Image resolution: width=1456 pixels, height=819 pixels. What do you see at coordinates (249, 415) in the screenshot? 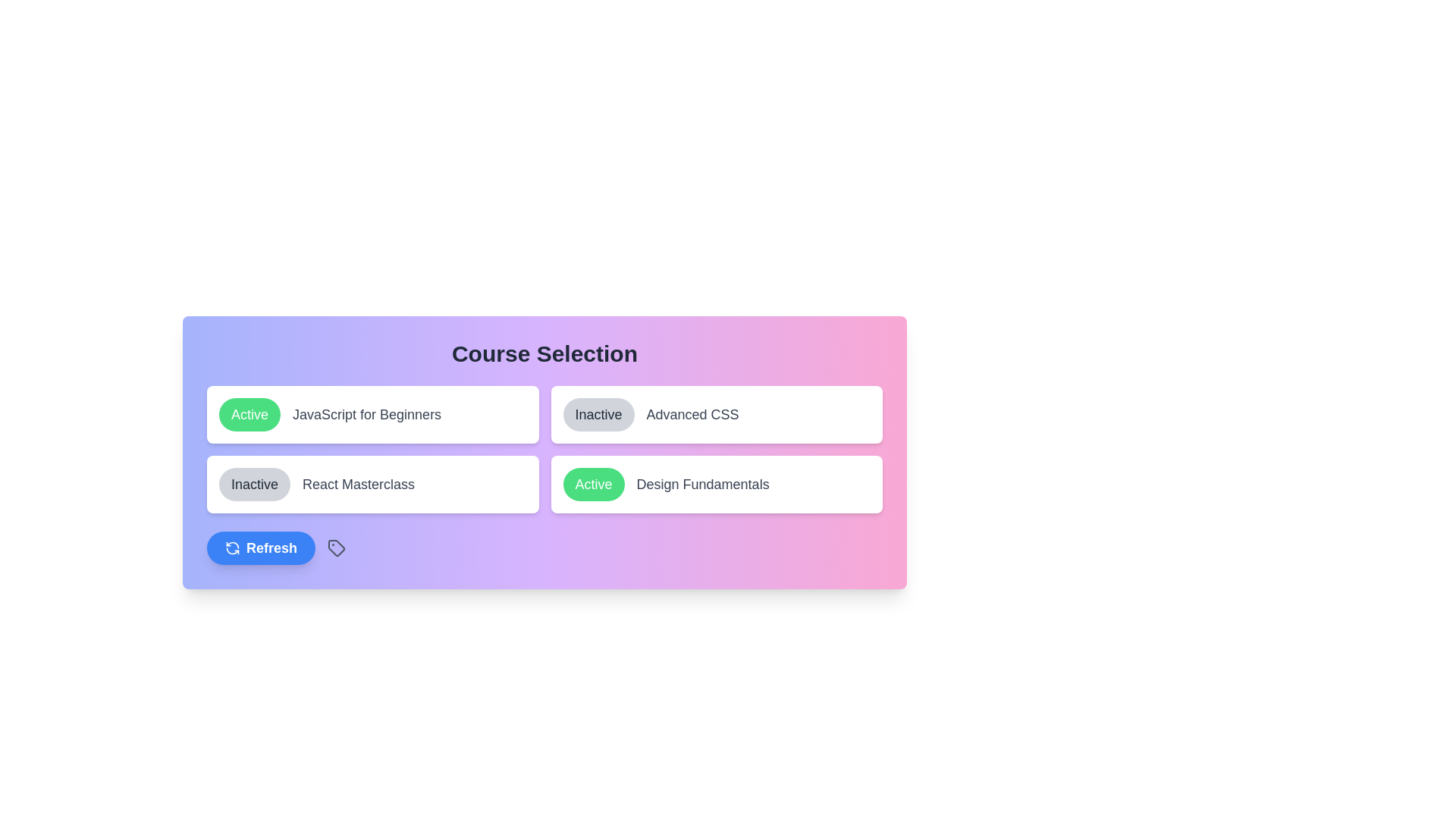
I see `the green 'Active' button` at bounding box center [249, 415].